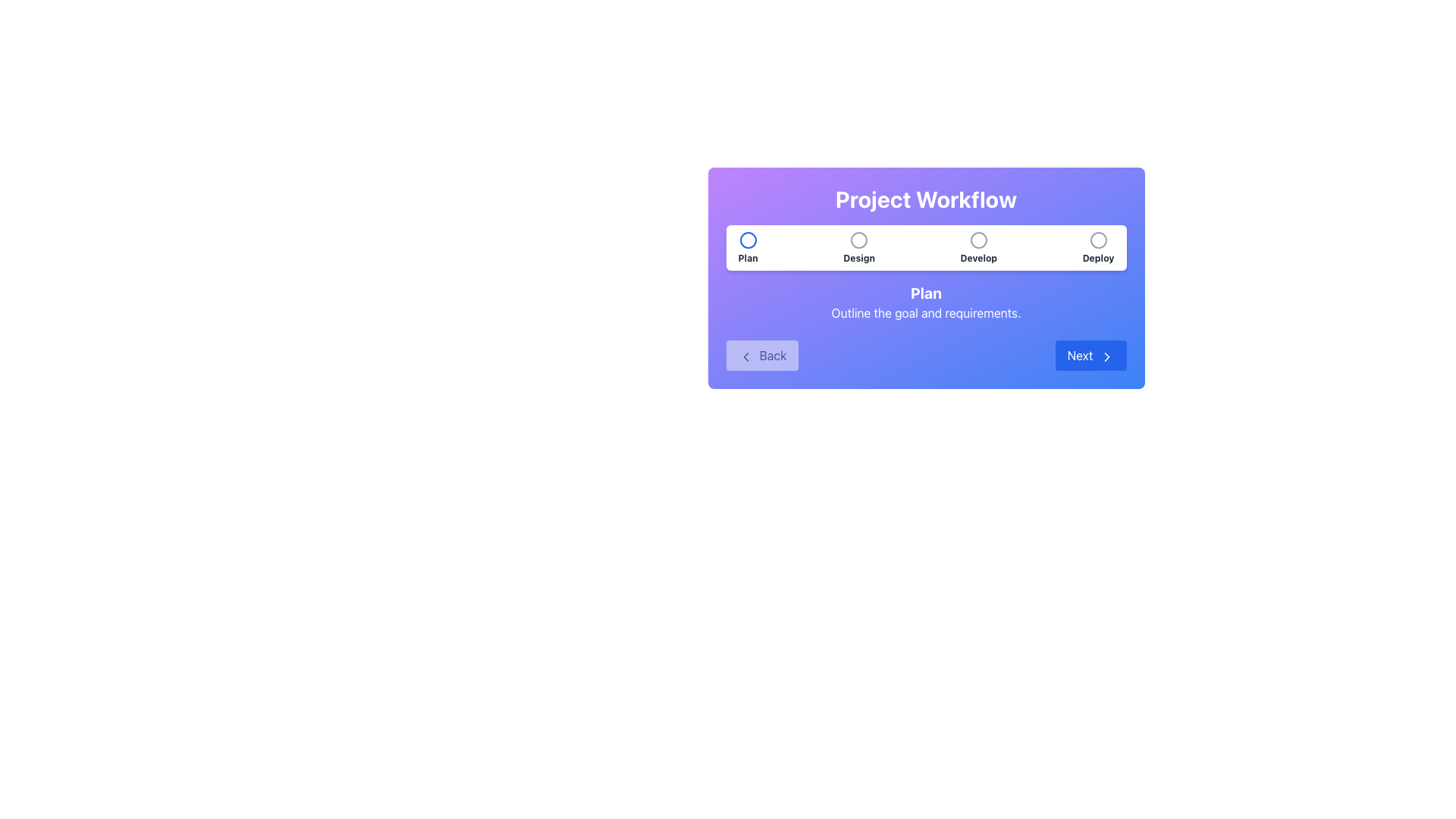  What do you see at coordinates (859, 257) in the screenshot?
I see `the text label displaying 'Design', which is the second step in the horizontal workflow tracker located beneath the circular icon` at bounding box center [859, 257].